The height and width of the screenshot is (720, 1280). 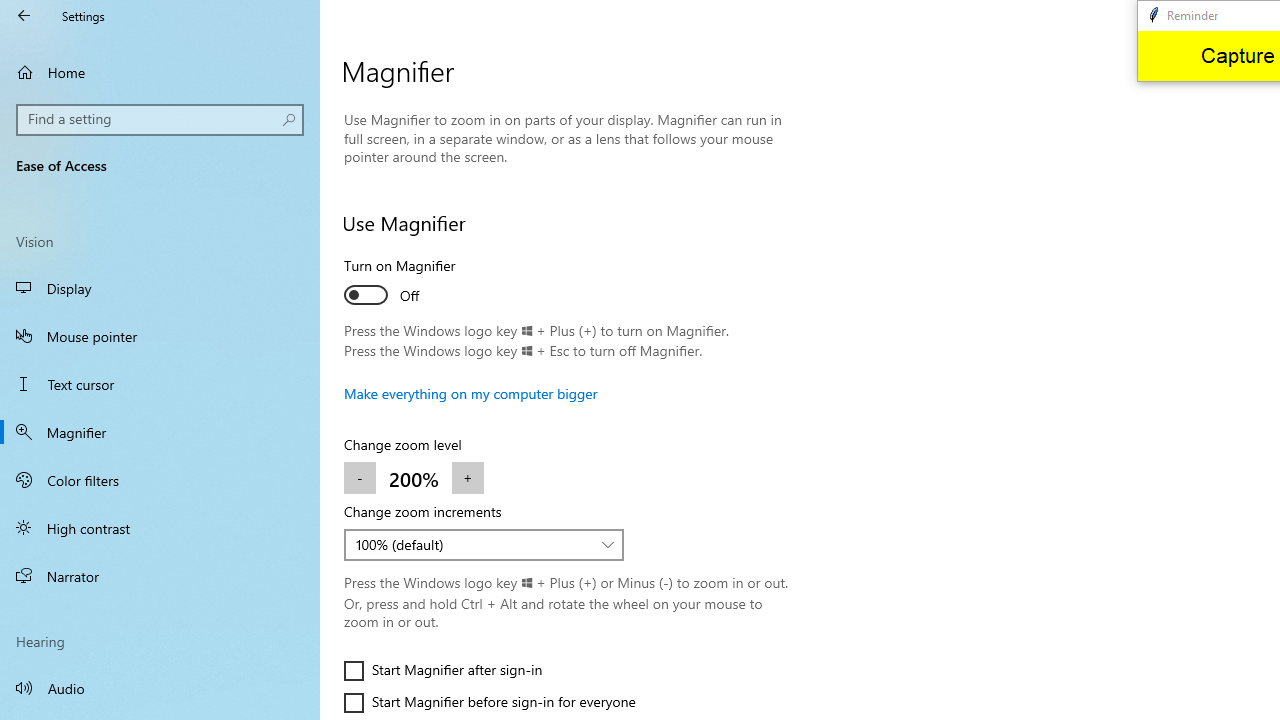 What do you see at coordinates (466, 478) in the screenshot?
I see `'Zoom in'` at bounding box center [466, 478].